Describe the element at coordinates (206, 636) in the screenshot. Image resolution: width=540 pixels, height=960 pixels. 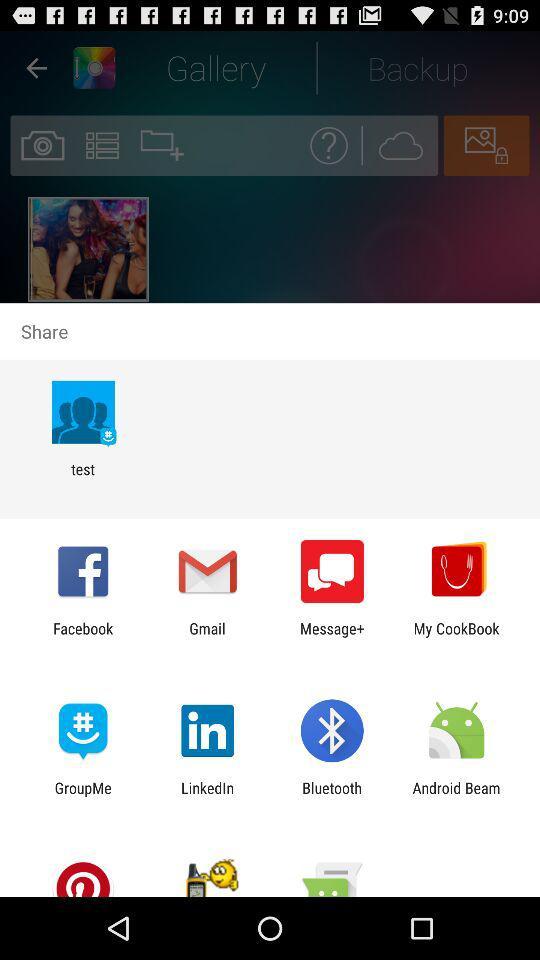
I see `app to the right of facebook icon` at that location.